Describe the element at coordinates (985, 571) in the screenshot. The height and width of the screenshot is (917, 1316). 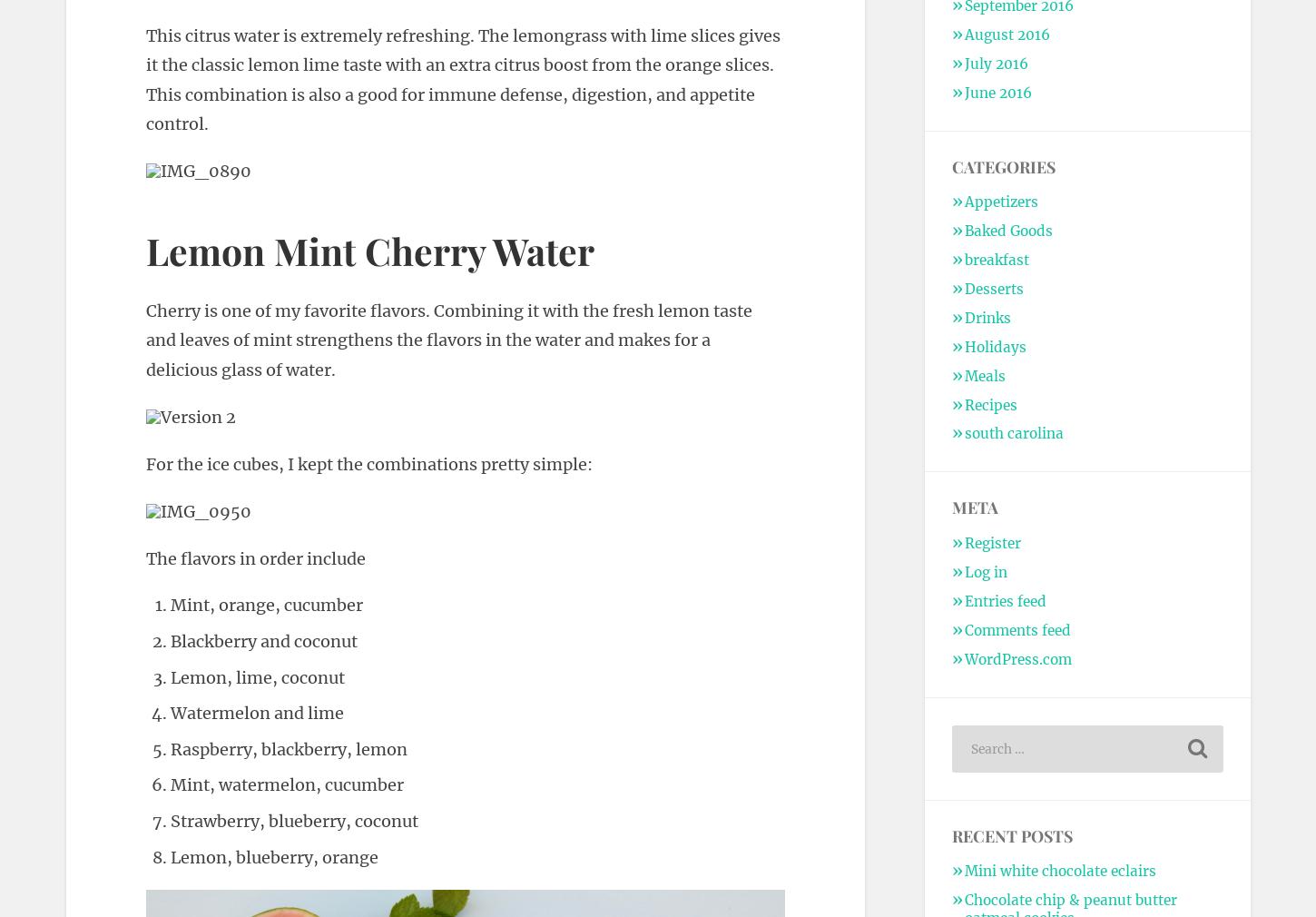
I see `'Log in'` at that location.